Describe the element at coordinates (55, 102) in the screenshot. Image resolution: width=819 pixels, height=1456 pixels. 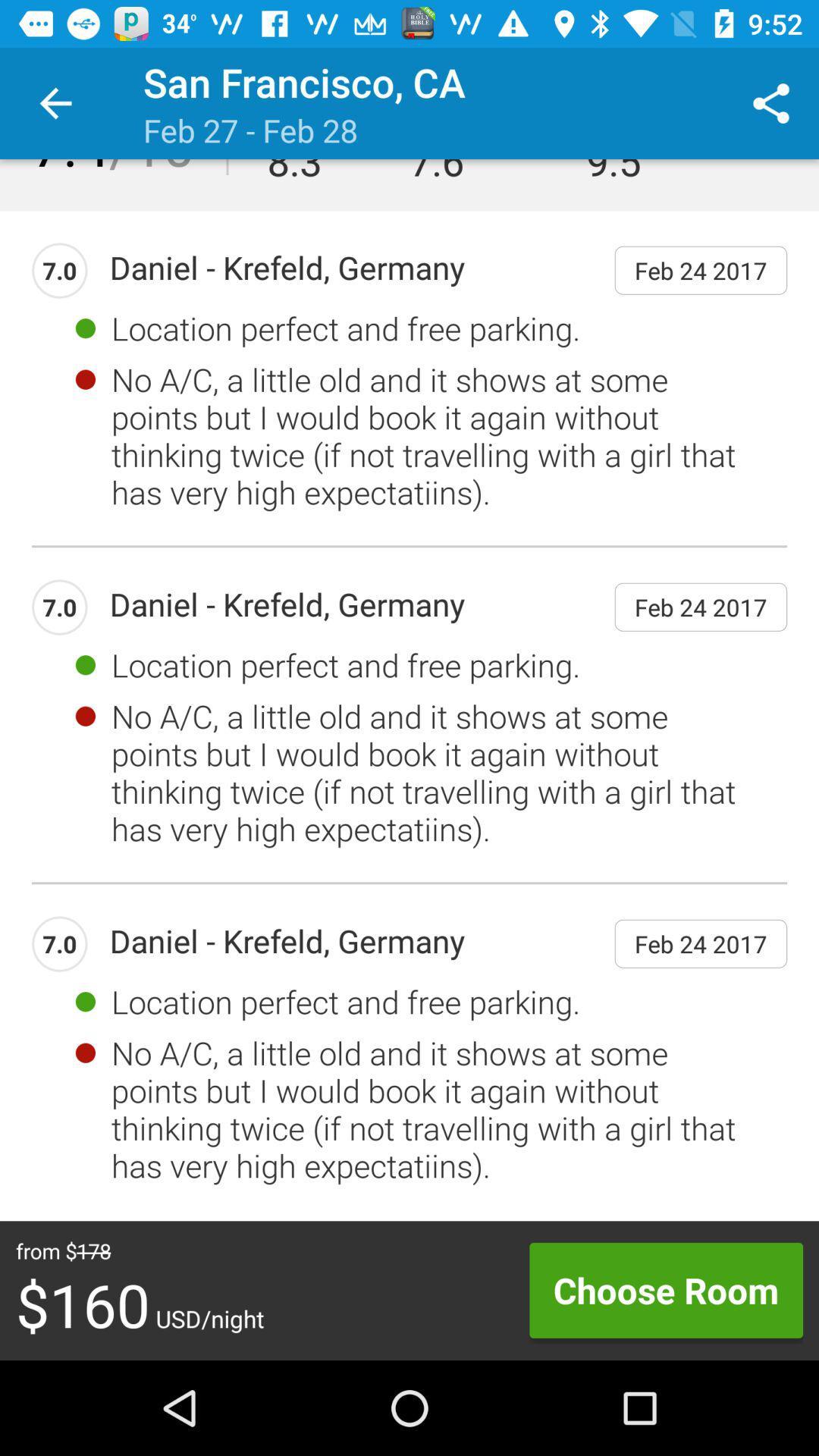
I see `item above the 7.4/10 item` at that location.